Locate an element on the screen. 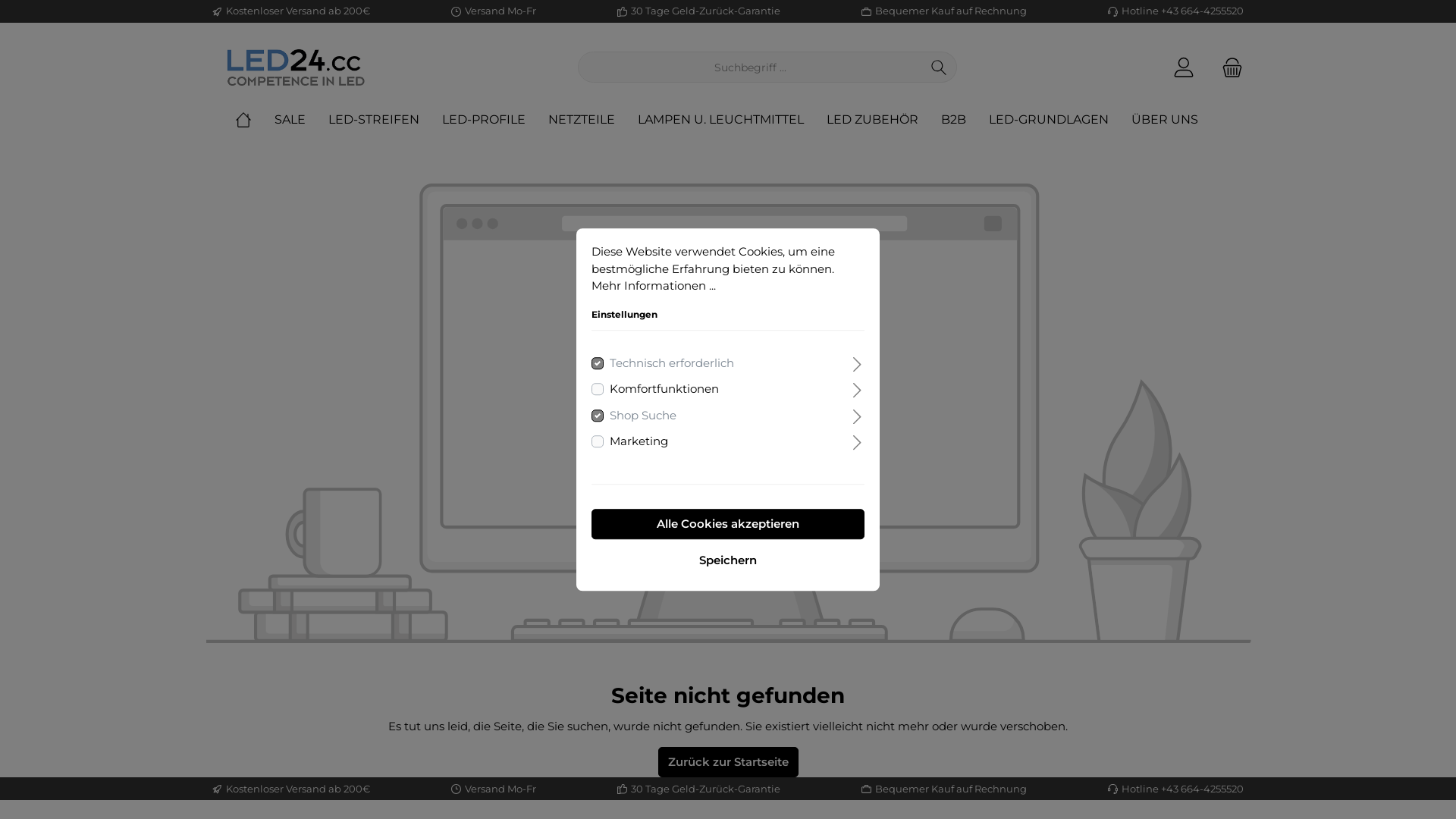 This screenshot has height=819, width=1456. 'Home' is located at coordinates (255, 119).